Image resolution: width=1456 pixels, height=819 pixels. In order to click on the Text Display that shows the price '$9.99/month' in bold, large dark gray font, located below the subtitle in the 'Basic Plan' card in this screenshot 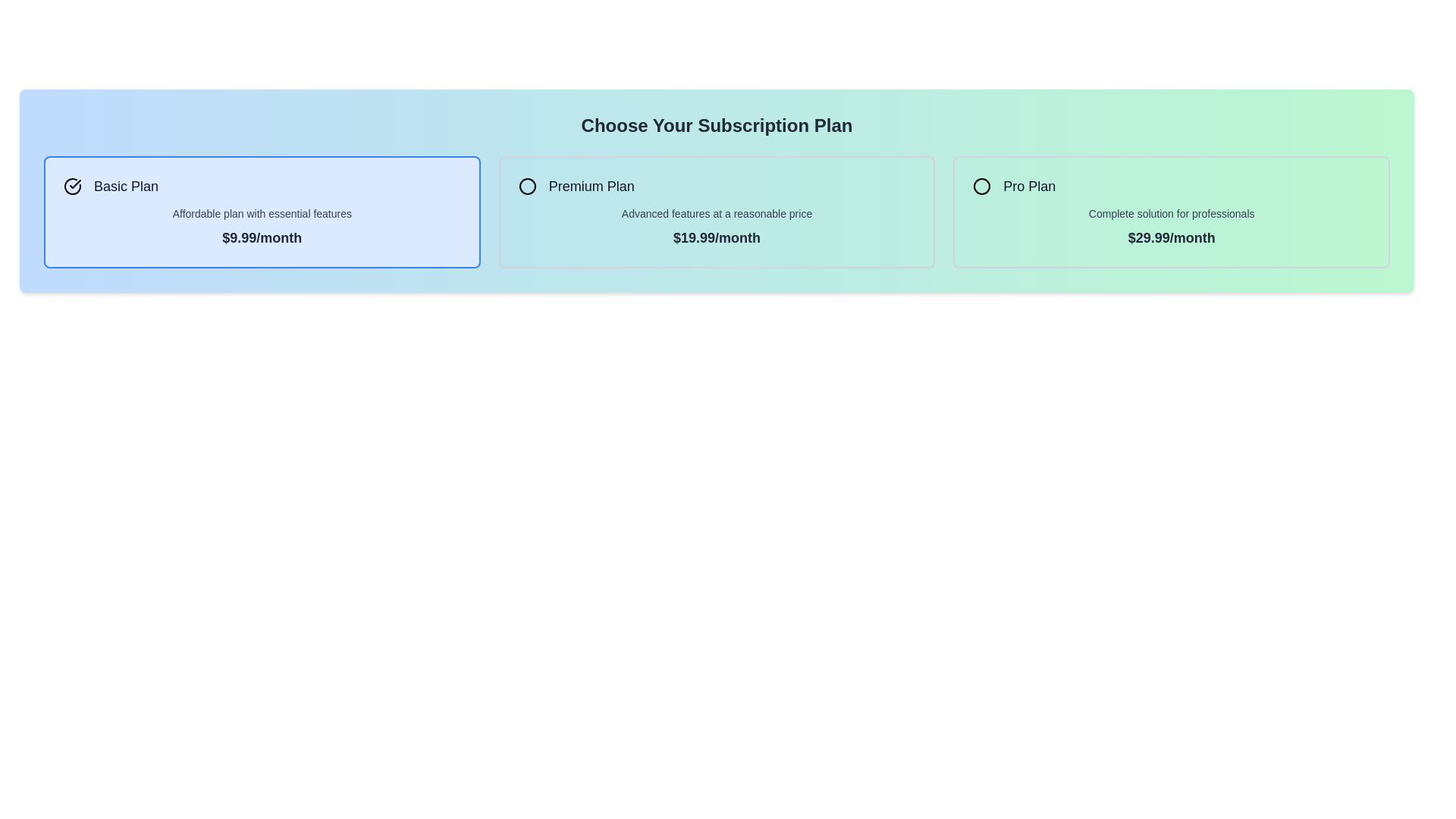, I will do `click(262, 237)`.